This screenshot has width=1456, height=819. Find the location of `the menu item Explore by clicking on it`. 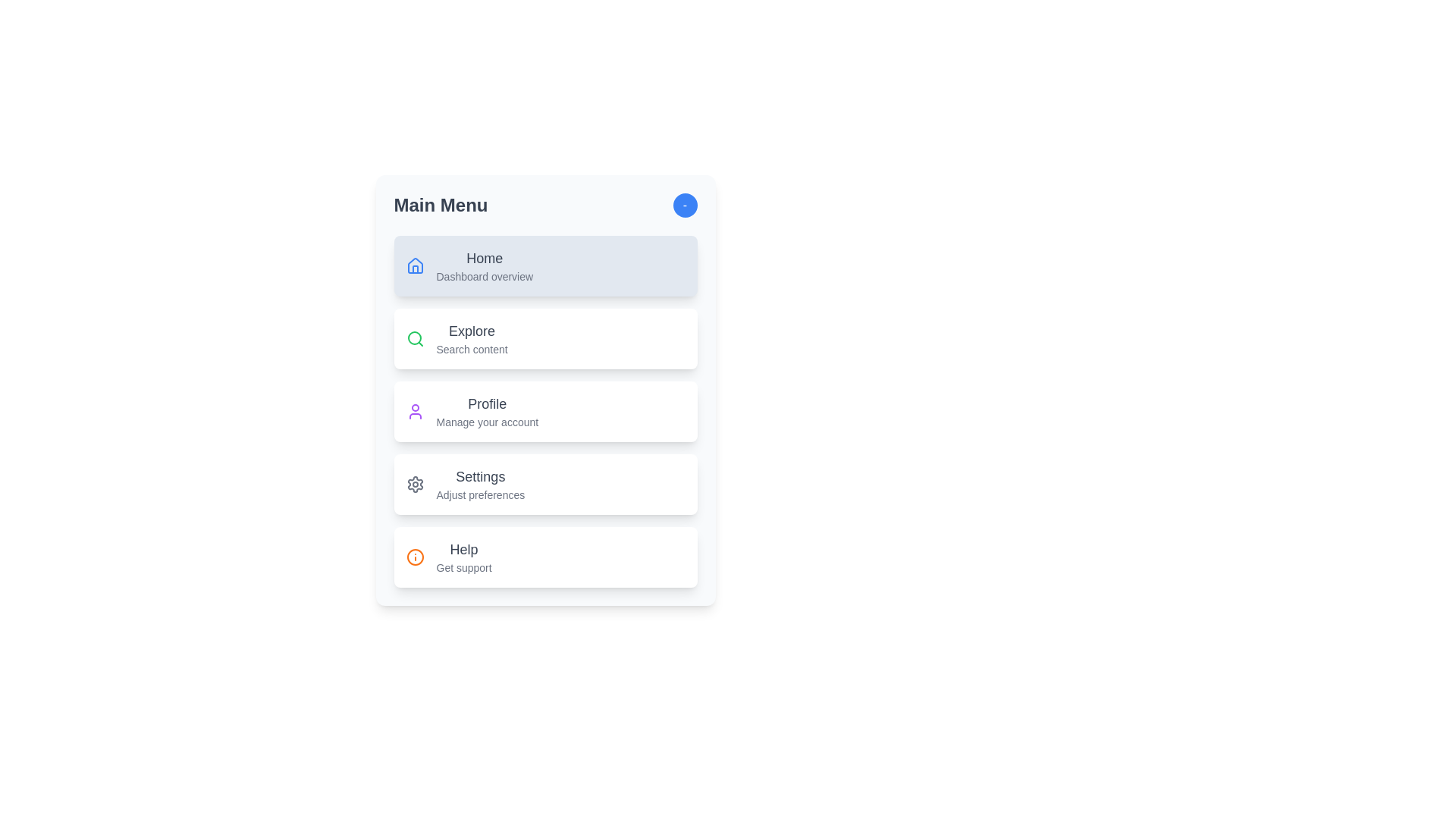

the menu item Explore by clicking on it is located at coordinates (545, 338).